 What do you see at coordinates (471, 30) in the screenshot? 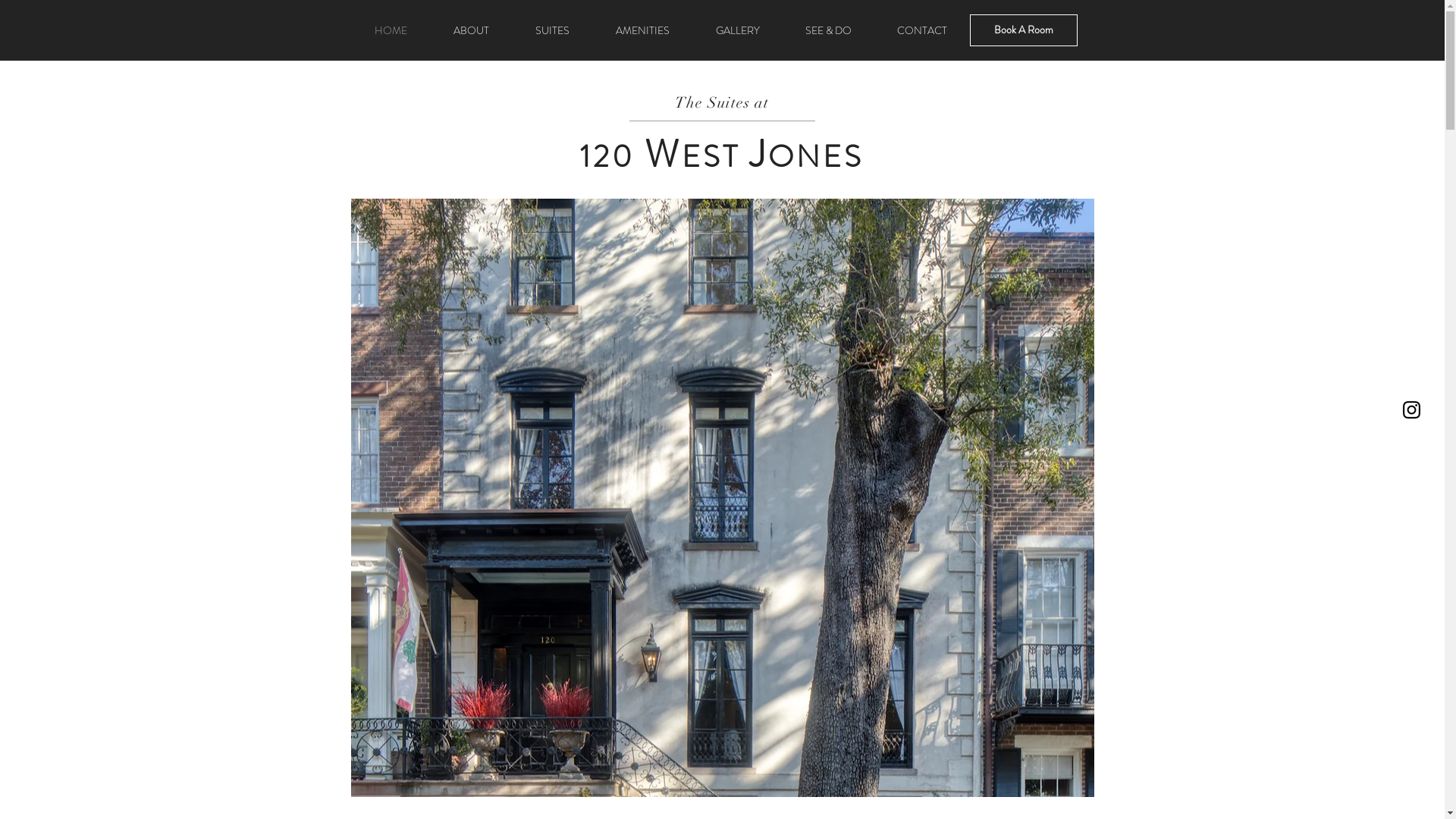
I see `'ABOUT'` at bounding box center [471, 30].